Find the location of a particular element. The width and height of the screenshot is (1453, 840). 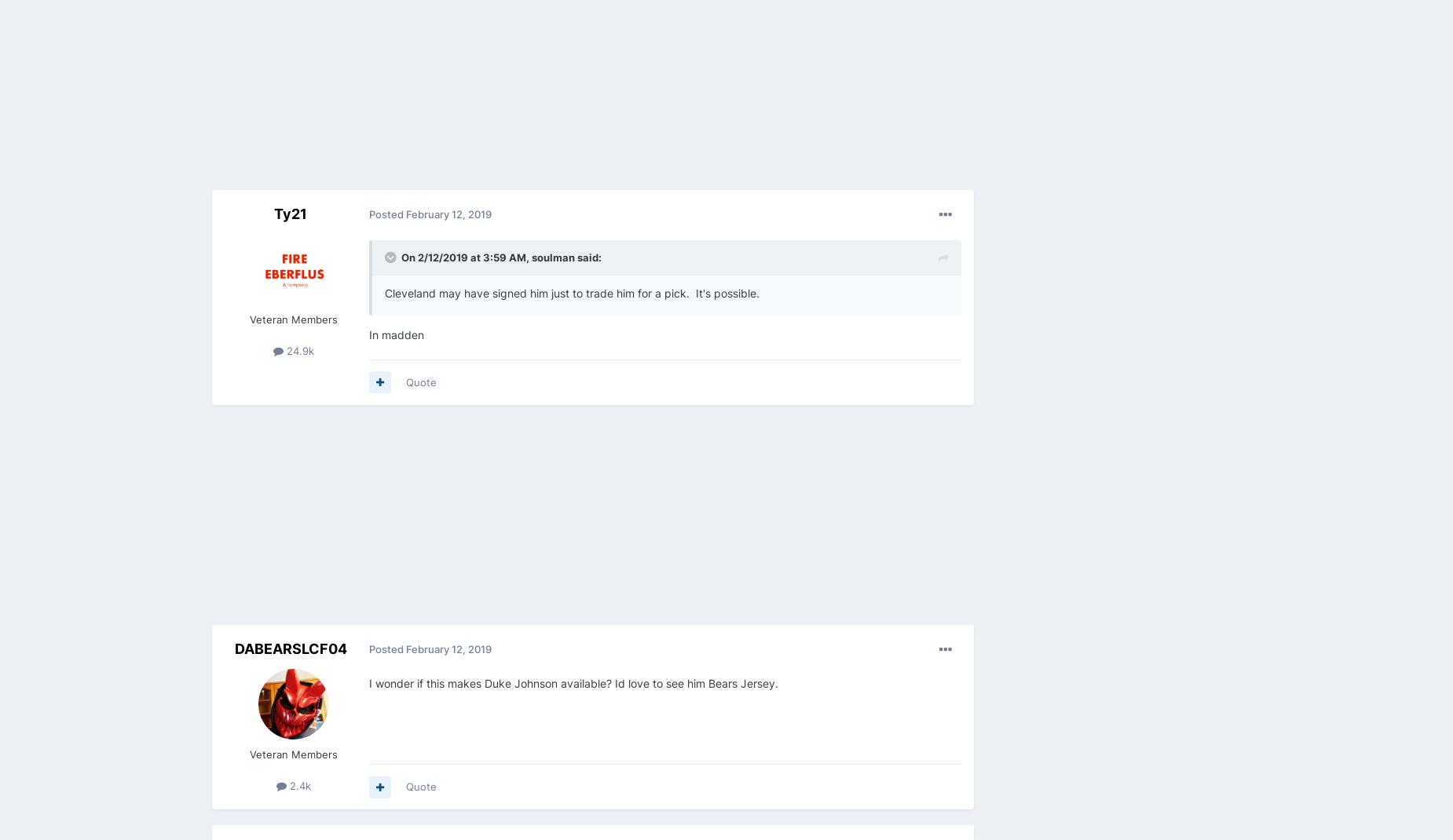

'Cleveland may have signed him just to trade him for a pick.  It's possible.' is located at coordinates (572, 292).